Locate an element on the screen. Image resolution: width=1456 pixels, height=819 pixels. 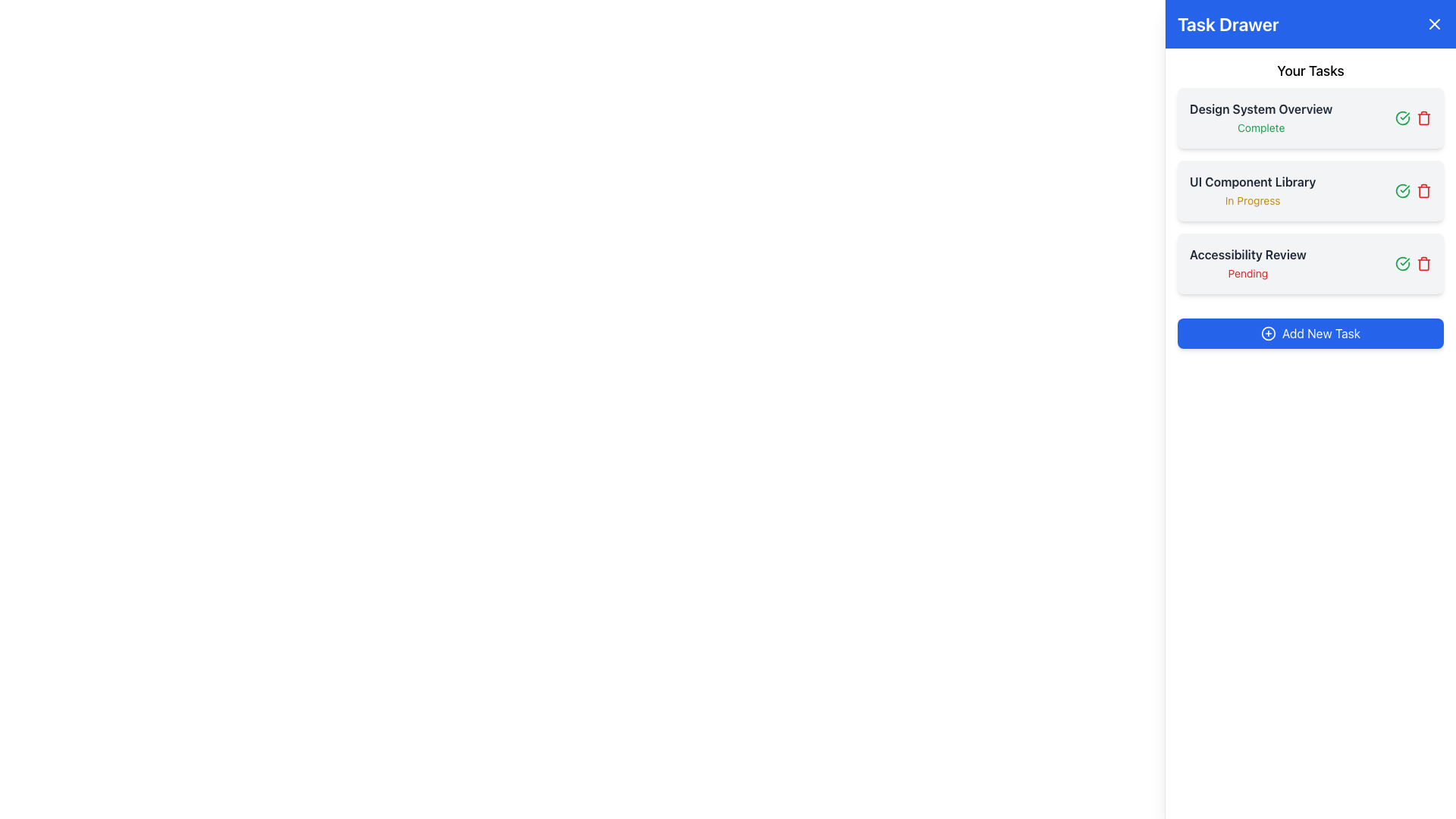
the text label 'Your Tasks' located at the top of the sidebar within the blue header labeled 'Task Drawer' is located at coordinates (1310, 71).